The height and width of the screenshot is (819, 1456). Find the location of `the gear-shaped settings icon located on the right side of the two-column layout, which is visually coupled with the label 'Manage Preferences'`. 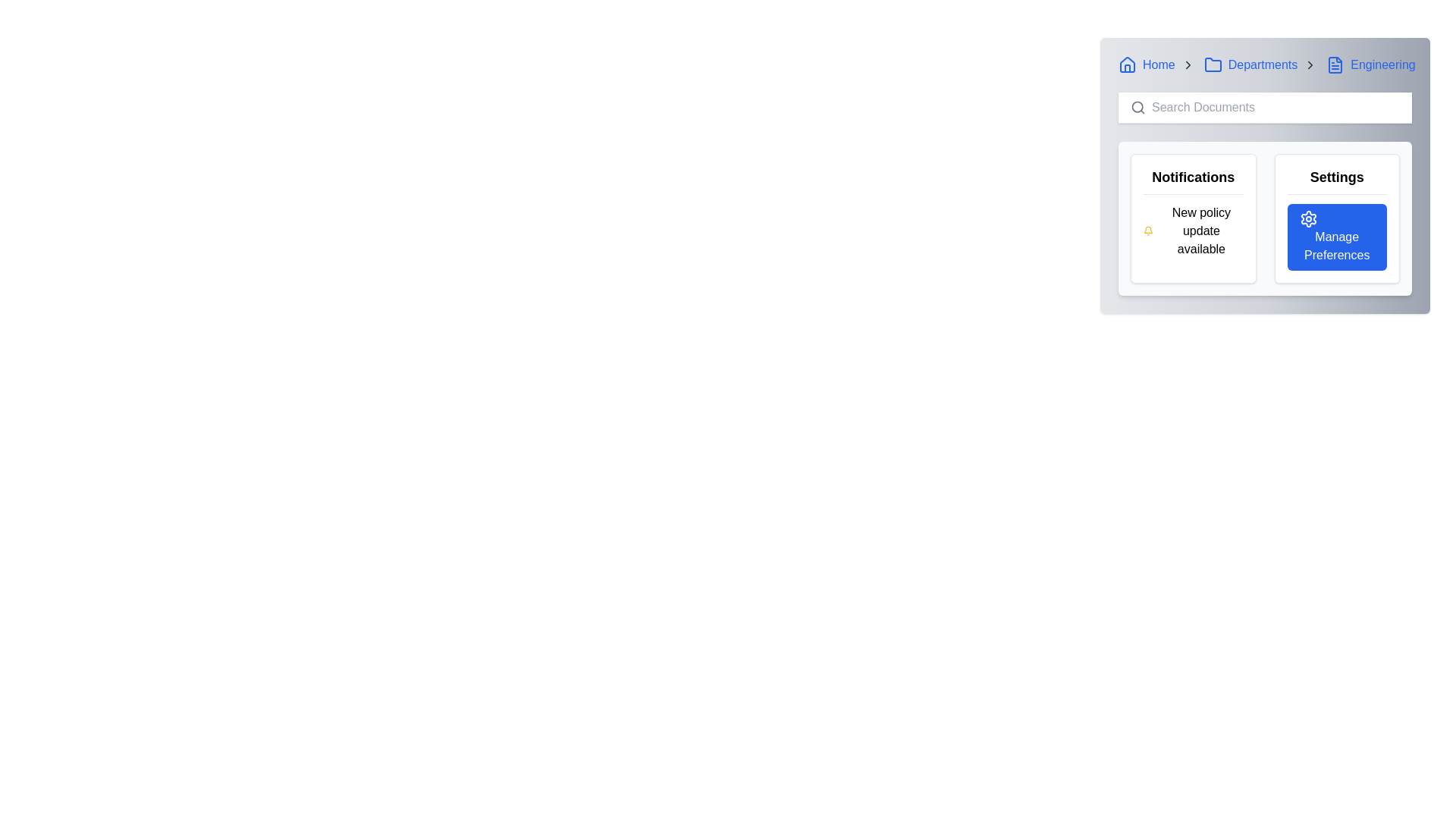

the gear-shaped settings icon located on the right side of the two-column layout, which is visually coupled with the label 'Manage Preferences' is located at coordinates (1307, 219).